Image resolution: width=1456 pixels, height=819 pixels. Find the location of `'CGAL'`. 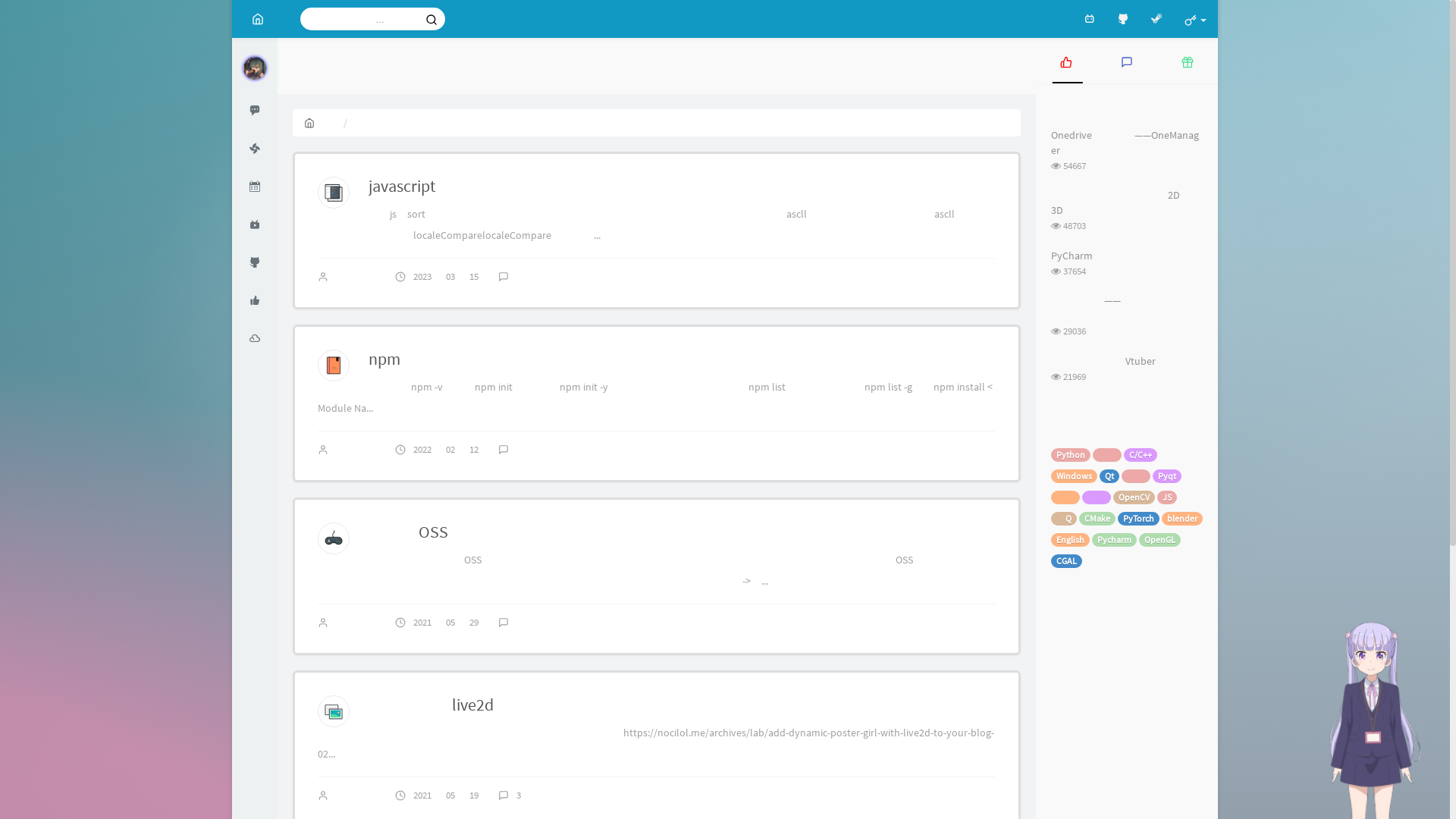

'CGAL' is located at coordinates (1065, 561).